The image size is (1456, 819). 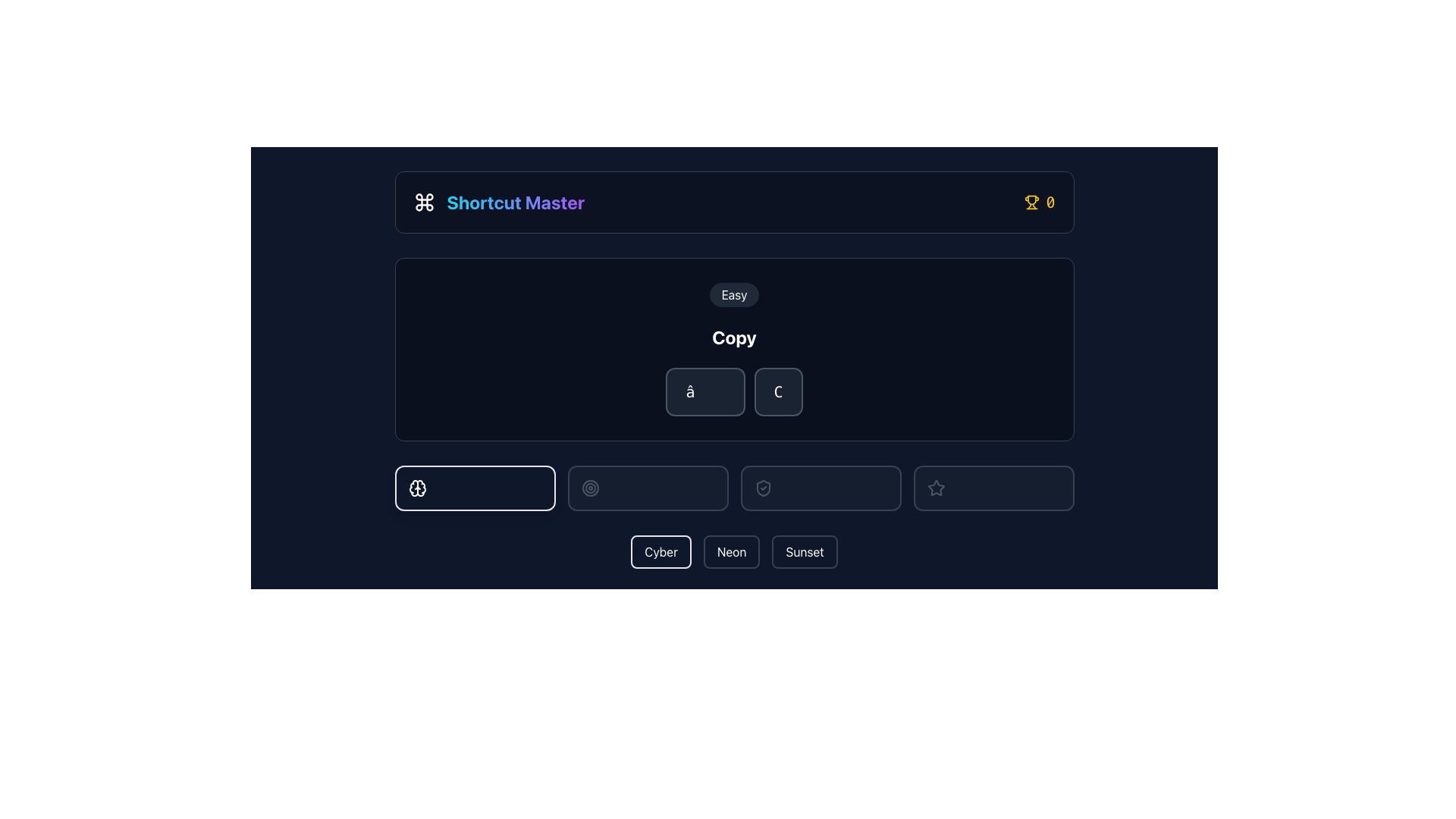 I want to click on the decorative SVG circle which is part of a graphical icon located in the middle of the bottom row of button-like elements, specifically the second from the left, so click(x=589, y=488).